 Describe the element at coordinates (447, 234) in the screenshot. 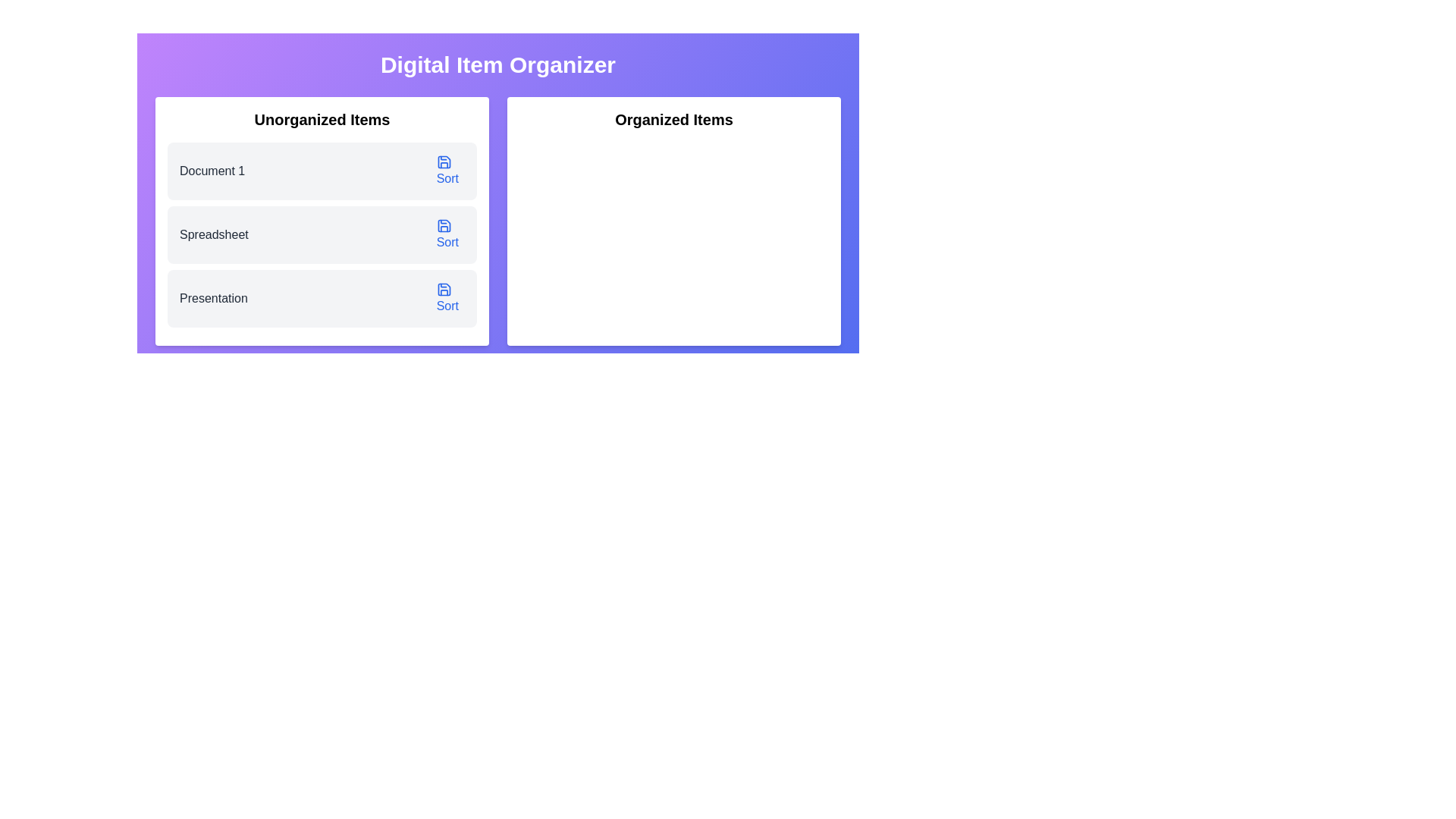

I see `the second 'Sort' button located to the right of the 'Spreadsheet' label` at that location.